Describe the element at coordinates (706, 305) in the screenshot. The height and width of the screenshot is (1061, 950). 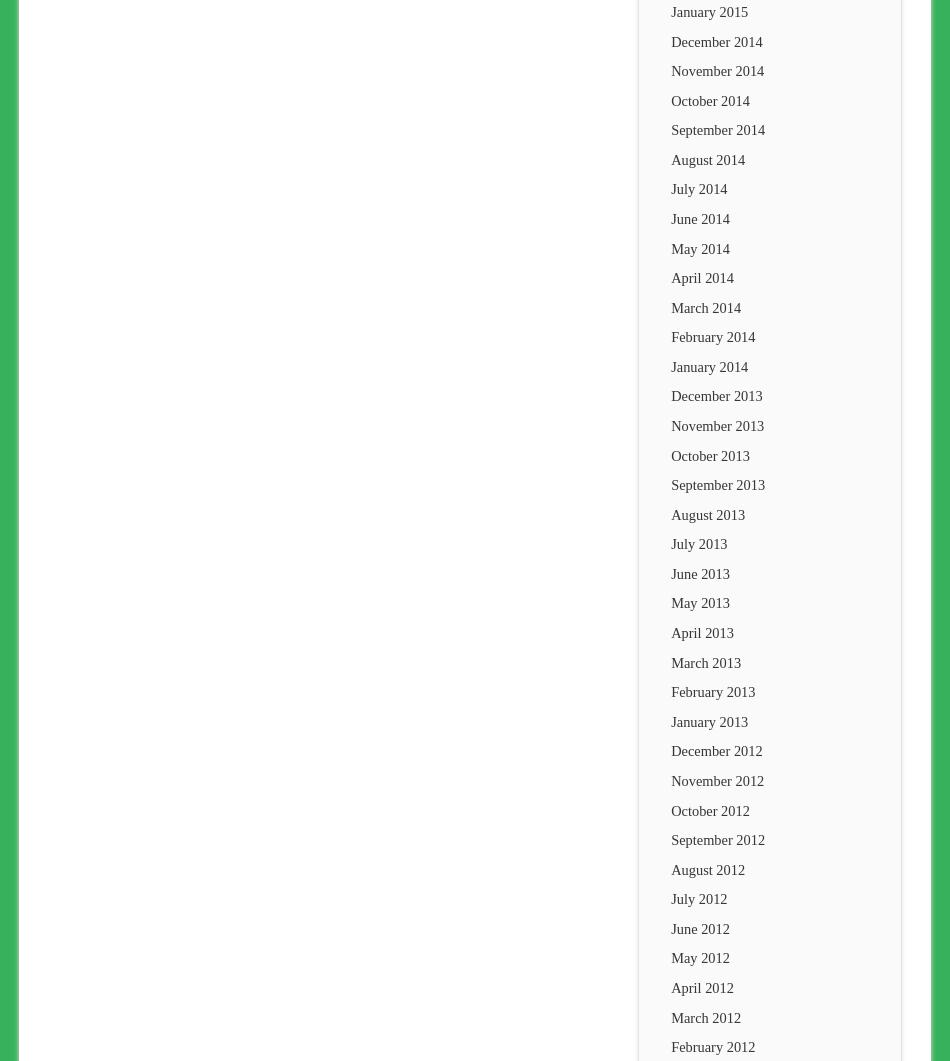
I see `'March 2014'` at that location.